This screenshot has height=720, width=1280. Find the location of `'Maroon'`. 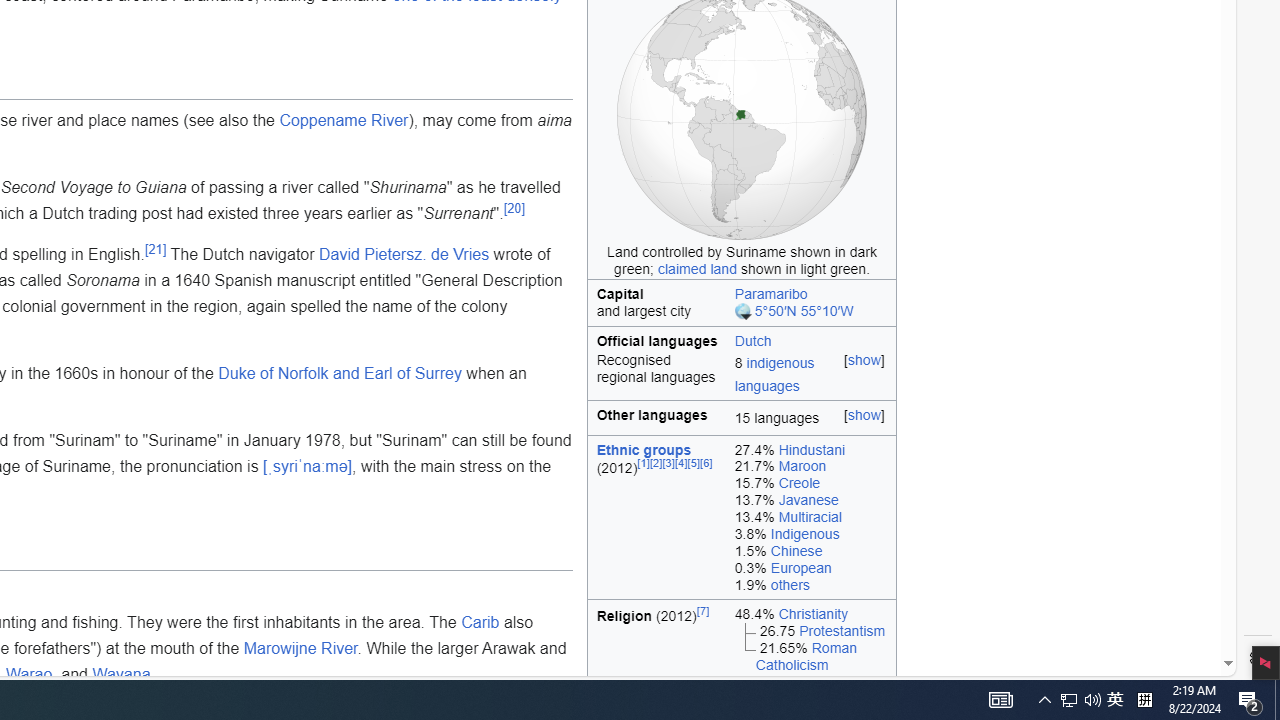

'Maroon' is located at coordinates (802, 466).